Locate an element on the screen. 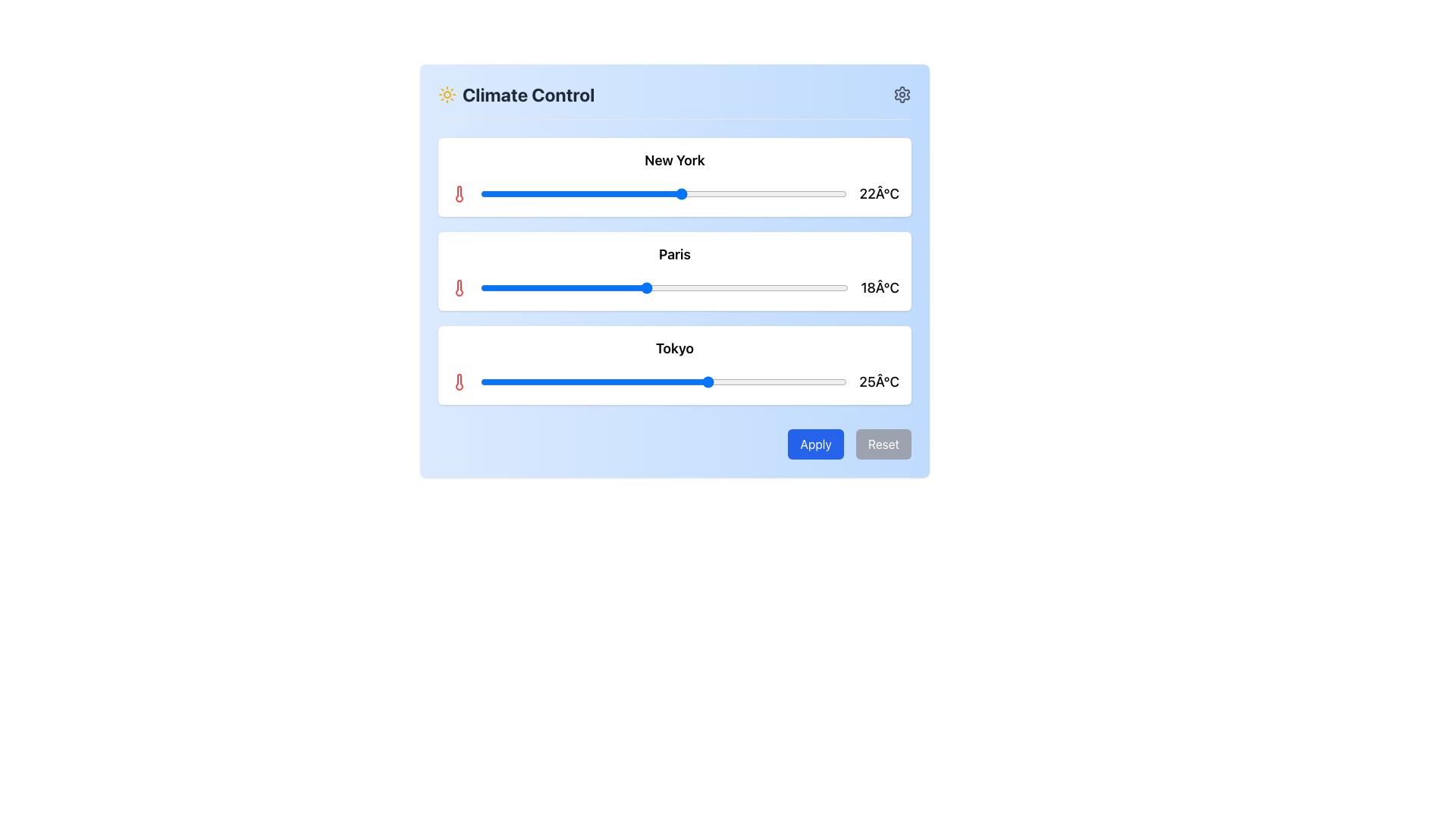 The image size is (1456, 819). the Paris temperature slider is located at coordinates (581, 288).